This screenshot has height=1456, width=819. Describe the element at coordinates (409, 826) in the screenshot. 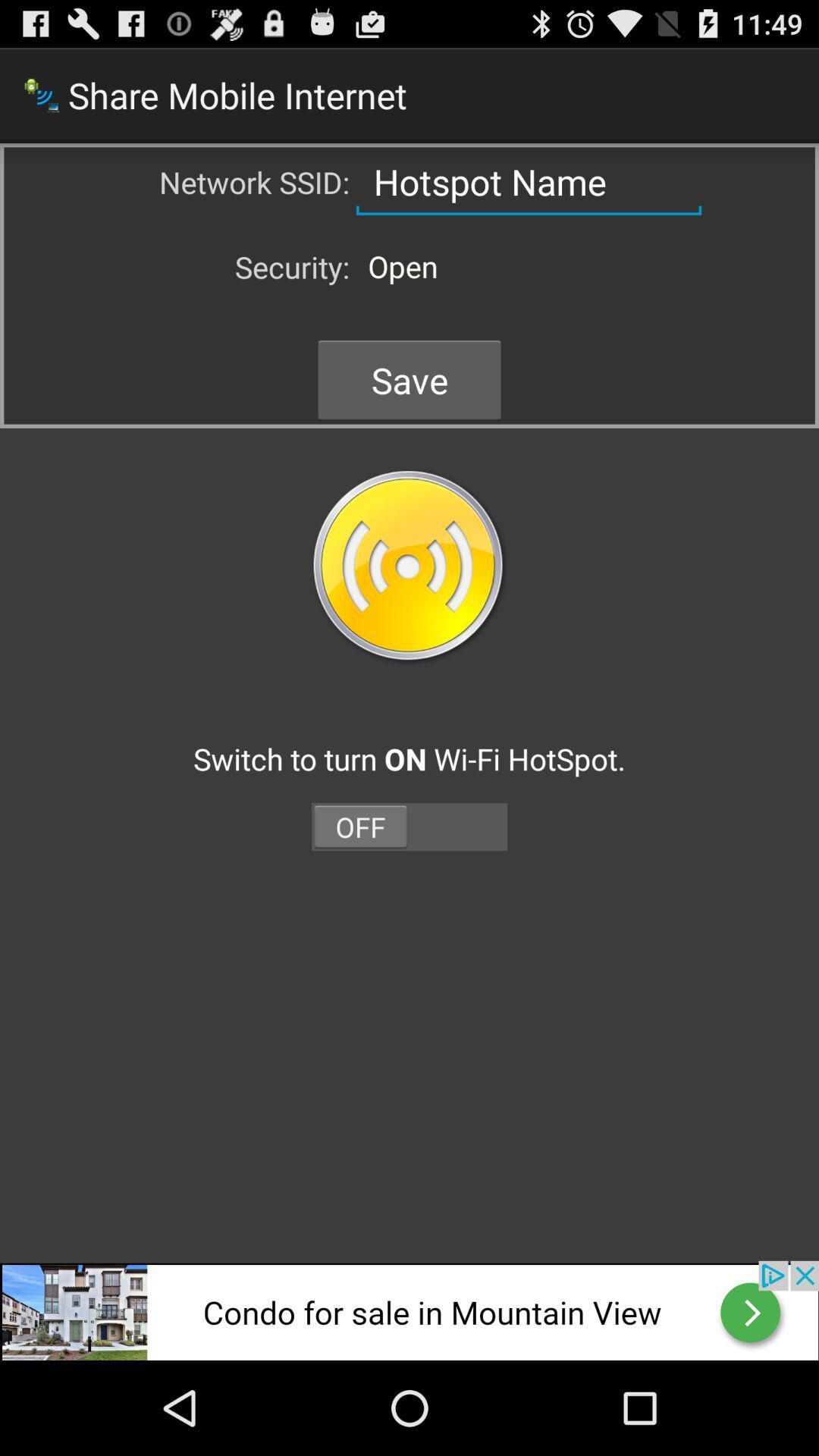

I see `off button` at that location.